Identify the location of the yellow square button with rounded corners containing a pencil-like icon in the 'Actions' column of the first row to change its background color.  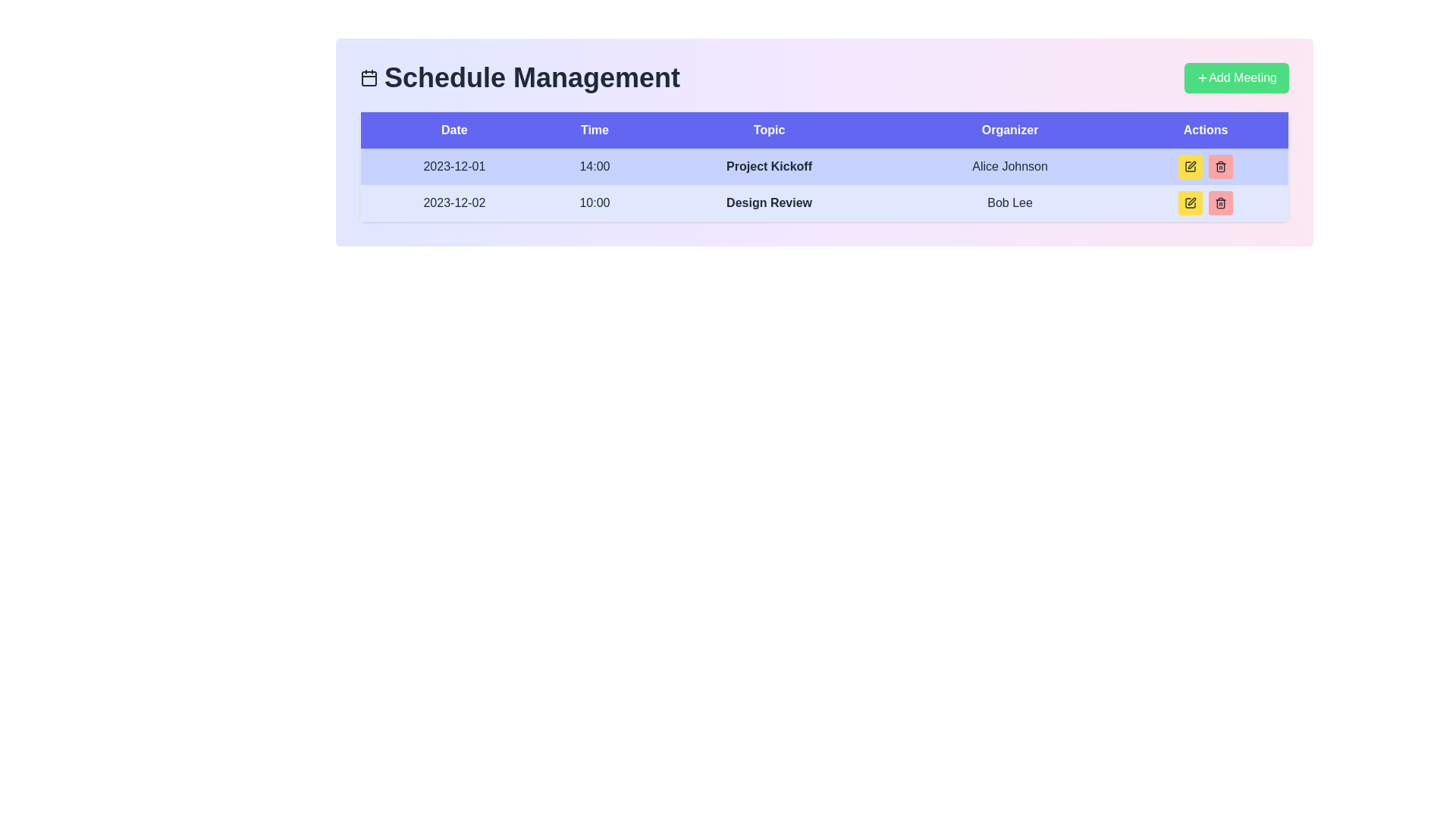
(1189, 166).